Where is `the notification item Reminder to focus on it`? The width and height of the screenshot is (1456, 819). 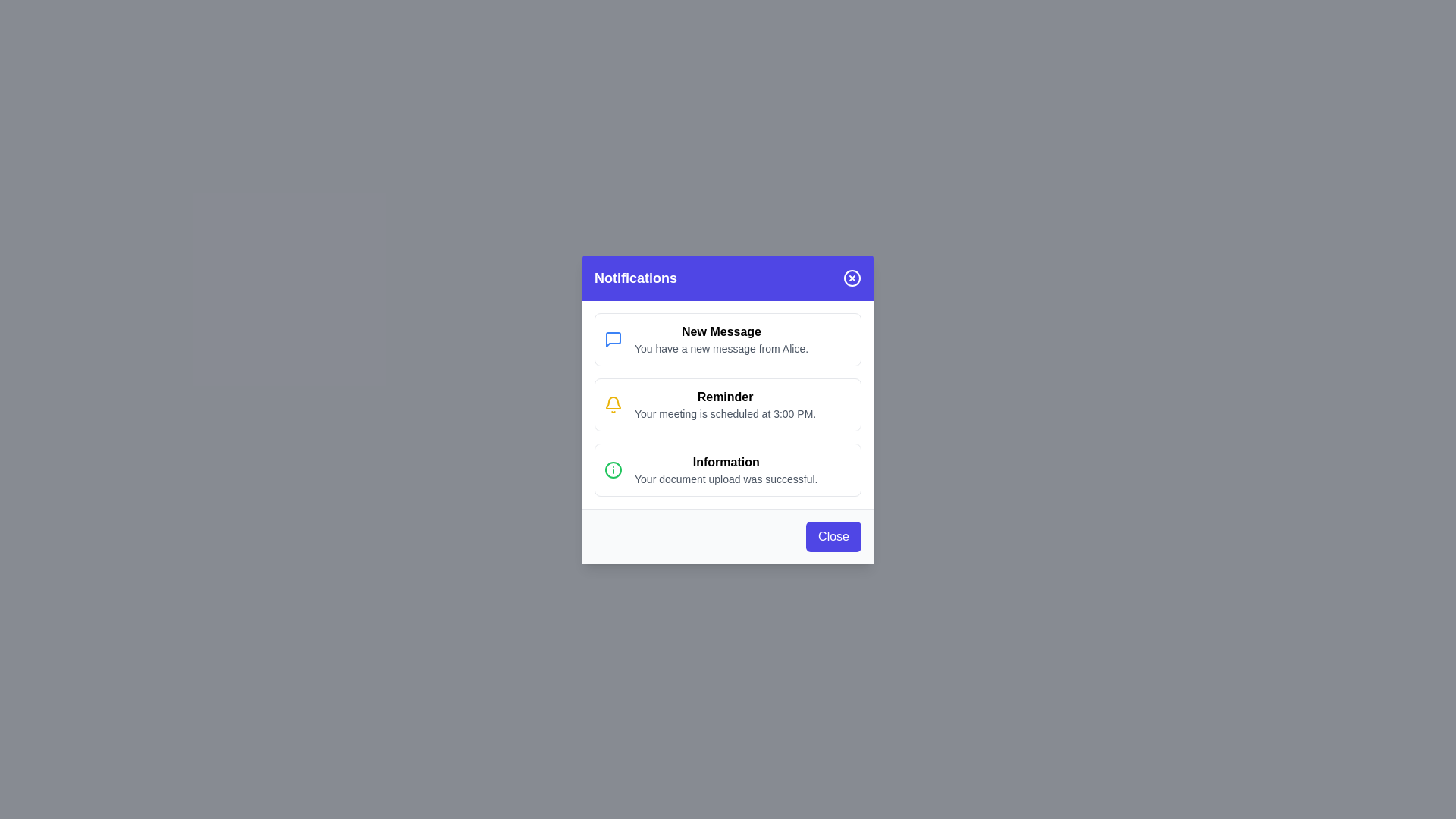
the notification item Reminder to focus on it is located at coordinates (728, 403).